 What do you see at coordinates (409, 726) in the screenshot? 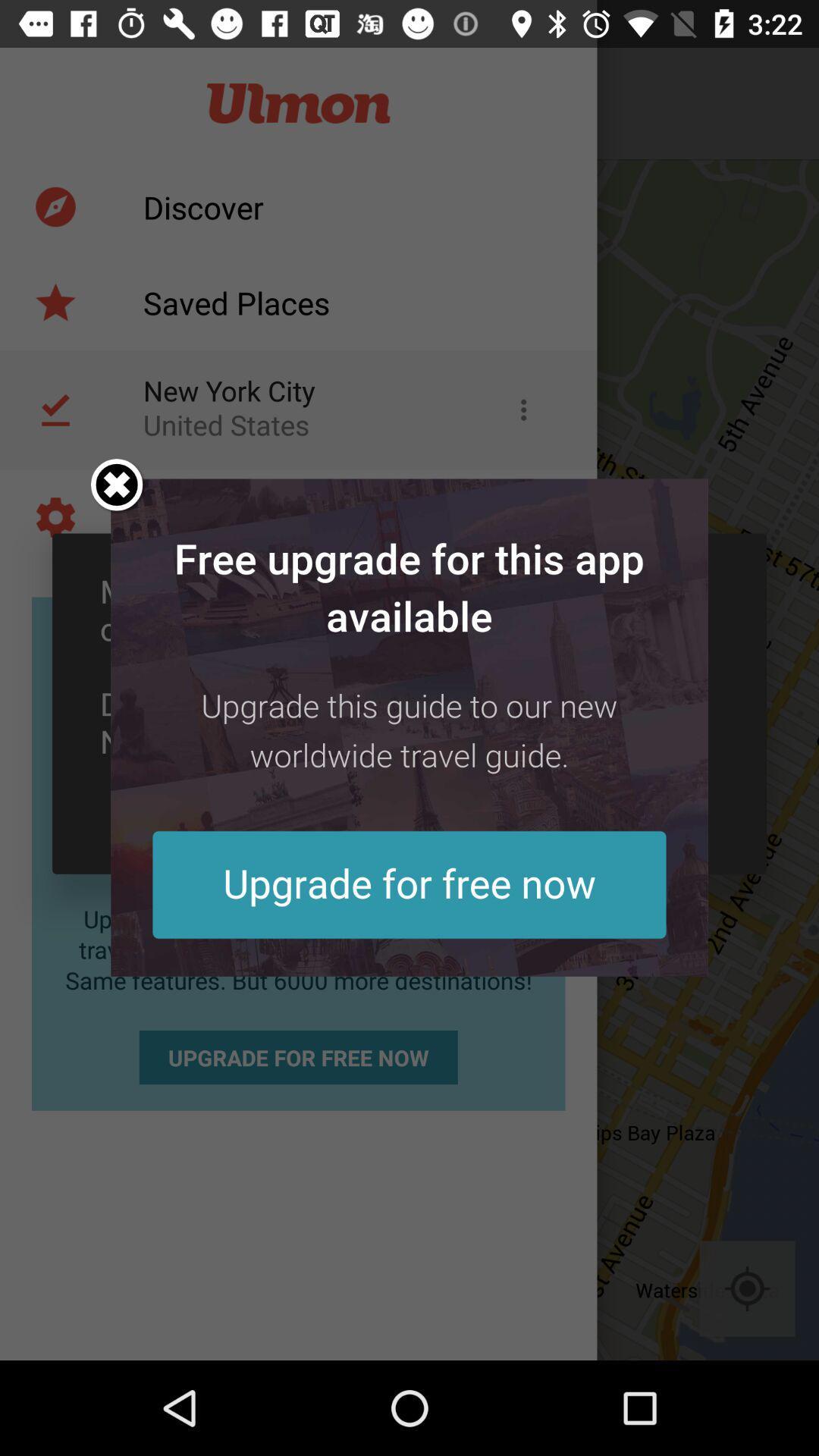
I see `upgrade advertisement` at bounding box center [409, 726].